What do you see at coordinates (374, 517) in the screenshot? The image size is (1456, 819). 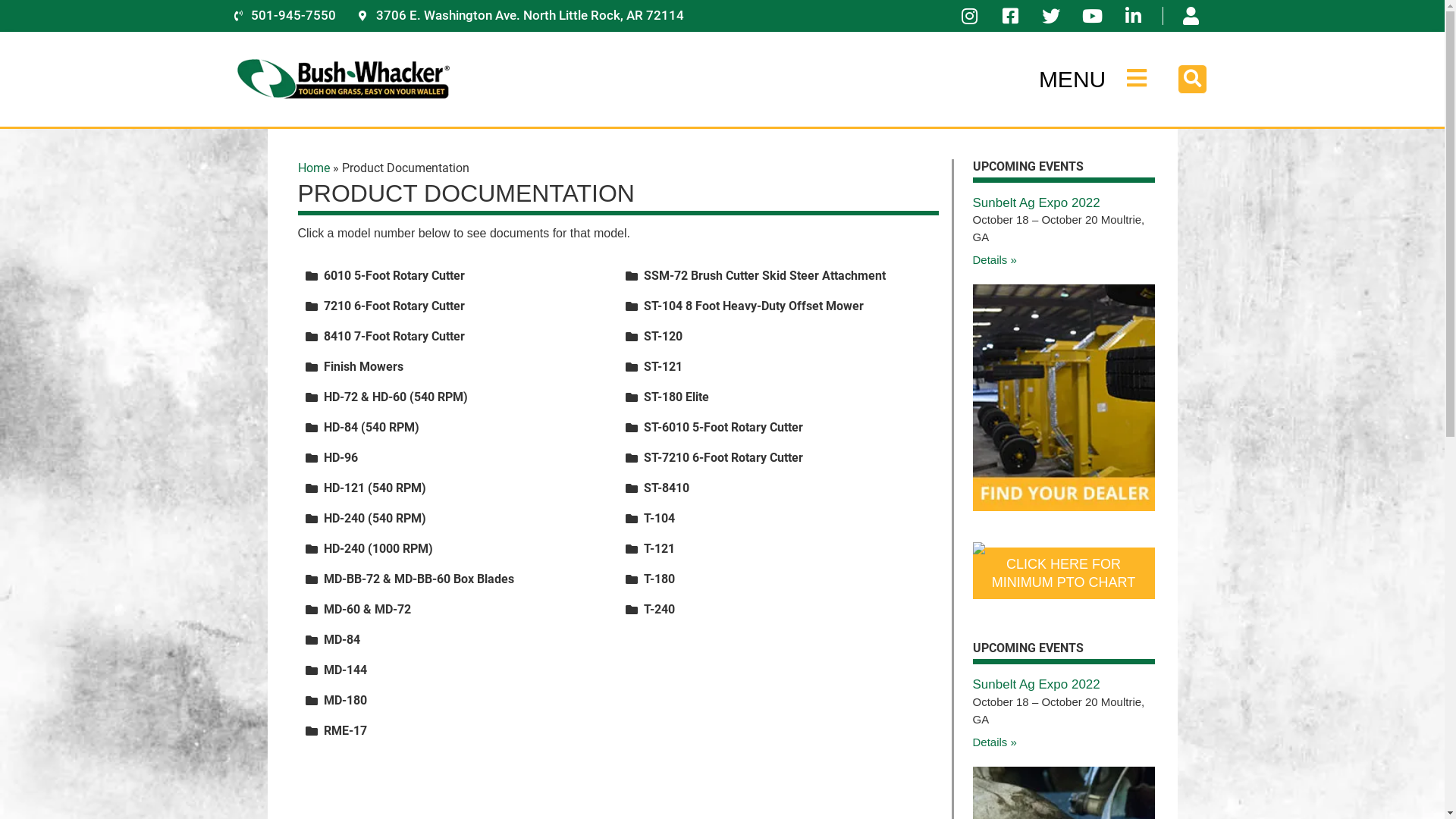 I see `'HD-240 (540 RPM)'` at bounding box center [374, 517].